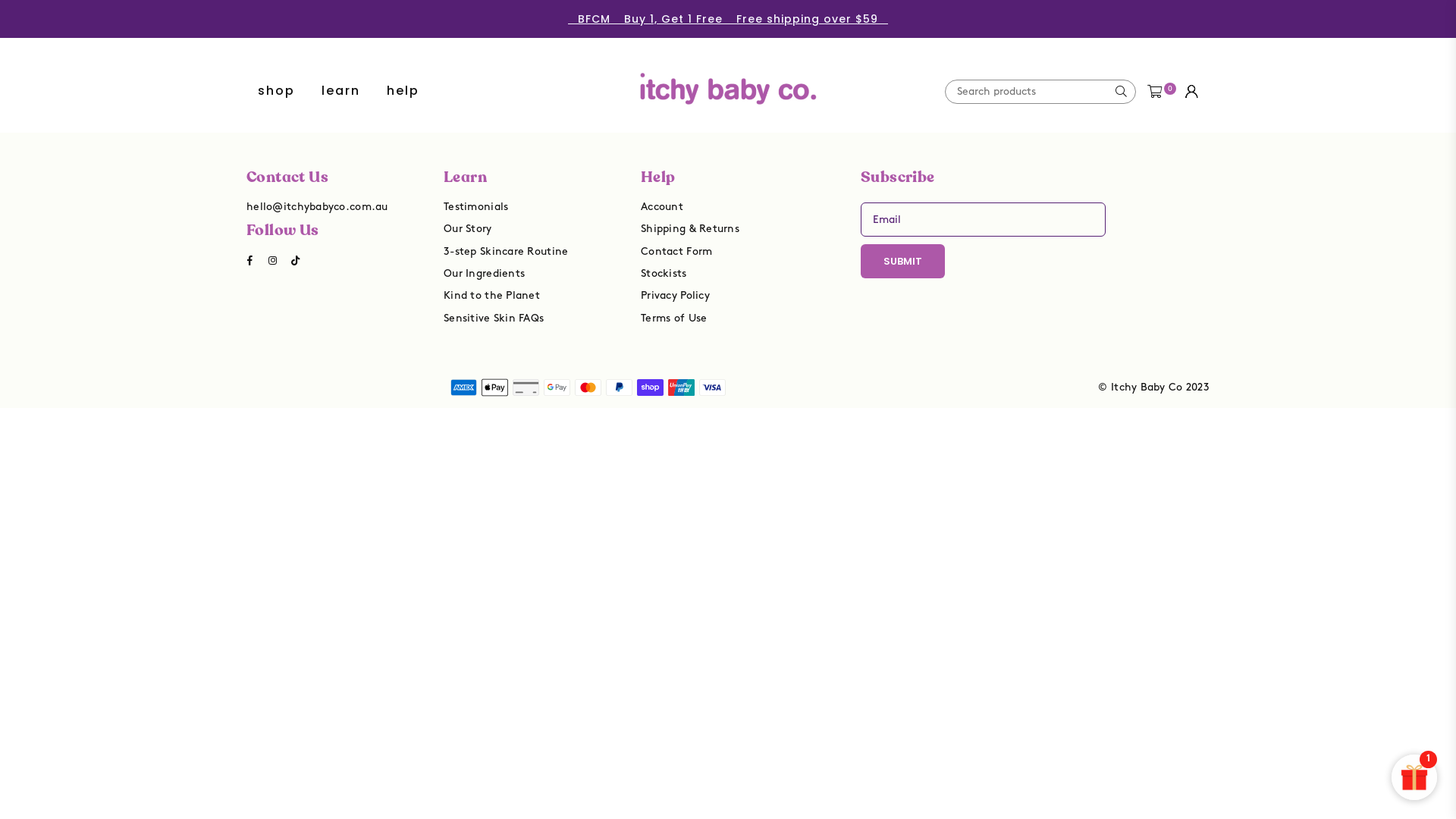 This screenshot has height=819, width=1456. Describe the element at coordinates (662, 206) in the screenshot. I see `'Account'` at that location.